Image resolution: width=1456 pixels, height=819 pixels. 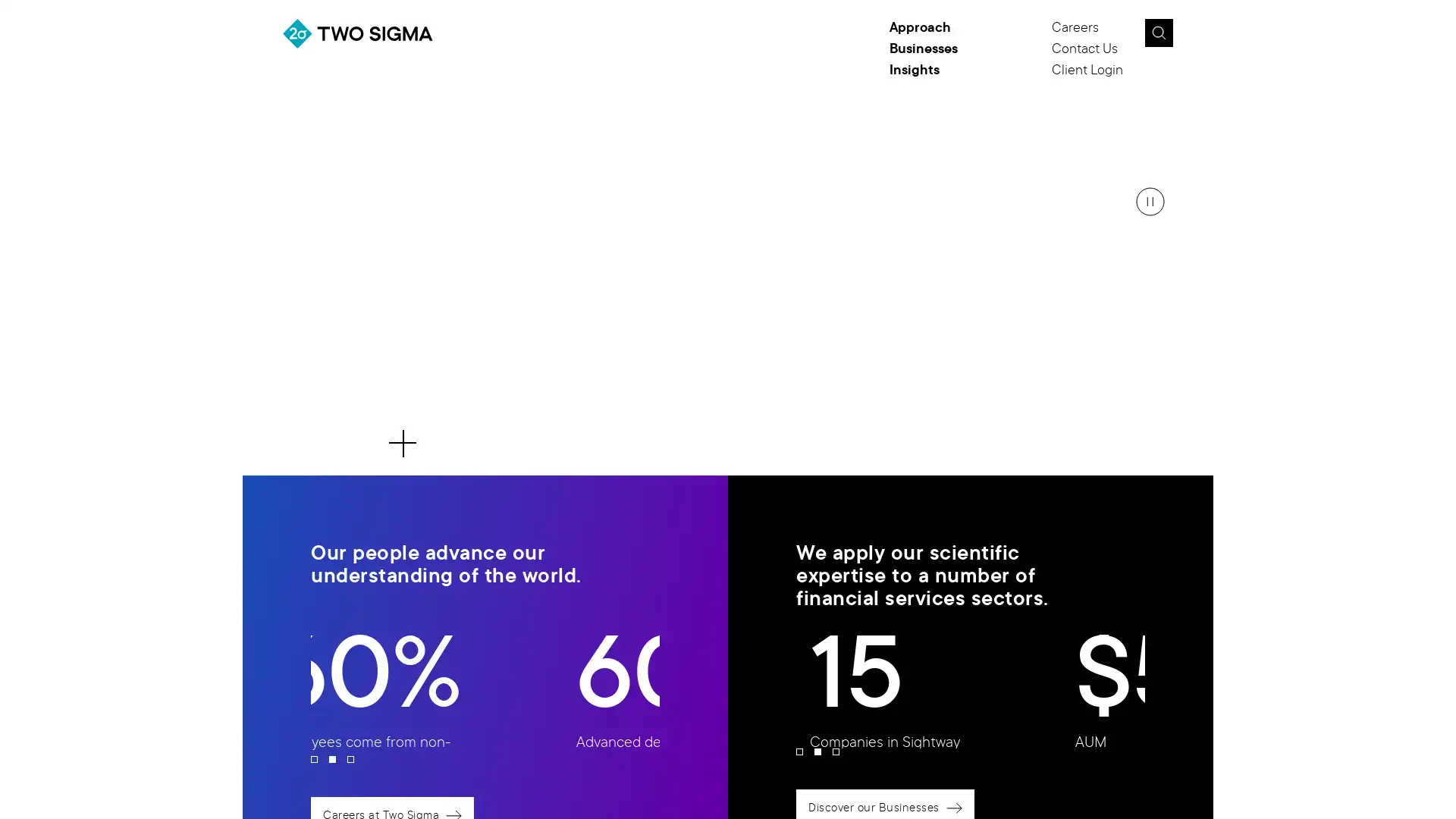 I want to click on Pause, so click(x=1150, y=201).